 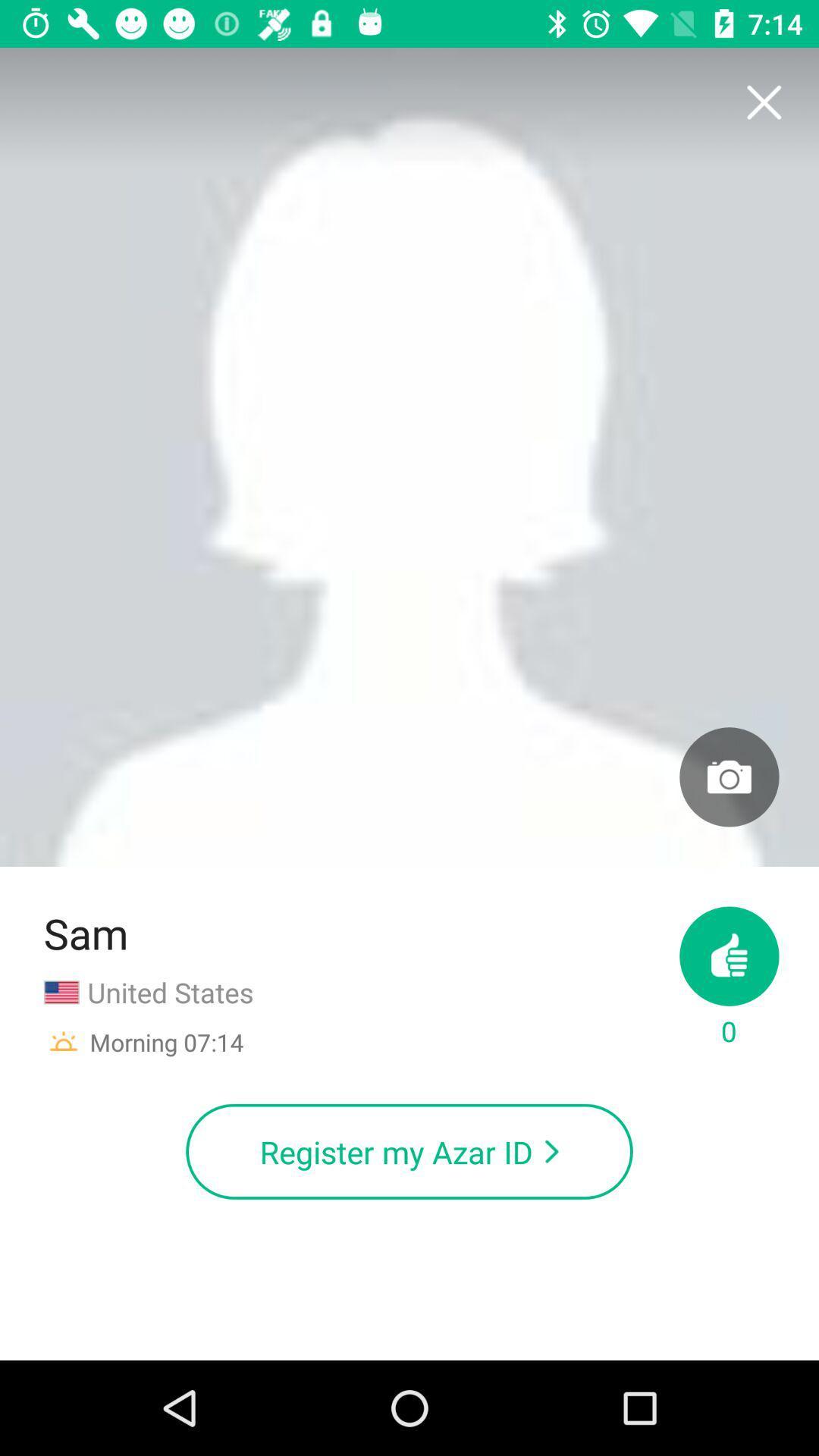 What do you see at coordinates (728, 777) in the screenshot?
I see `picture` at bounding box center [728, 777].